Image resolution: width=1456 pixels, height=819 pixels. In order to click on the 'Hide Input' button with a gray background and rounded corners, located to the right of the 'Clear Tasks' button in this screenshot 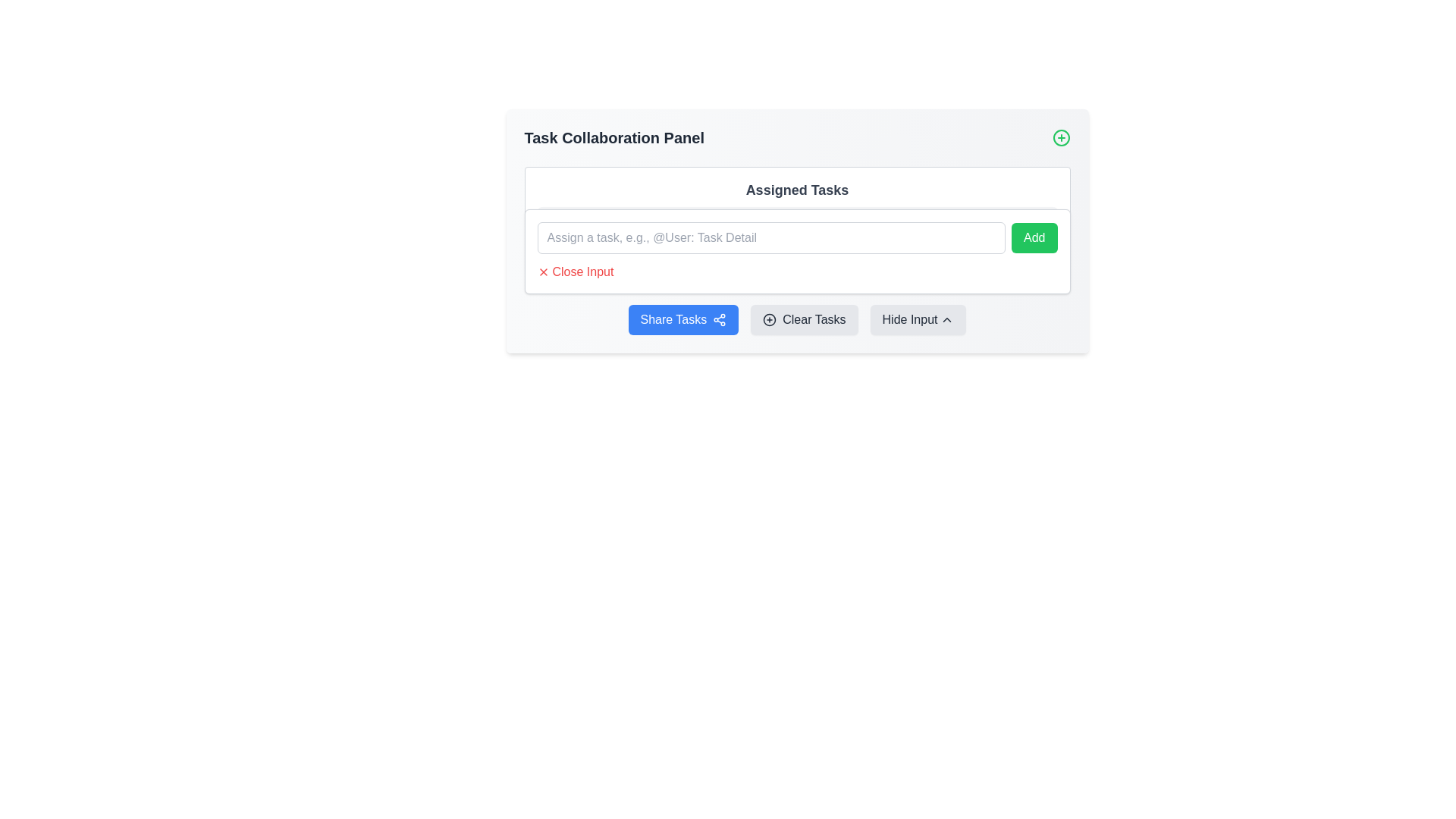, I will do `click(917, 318)`.